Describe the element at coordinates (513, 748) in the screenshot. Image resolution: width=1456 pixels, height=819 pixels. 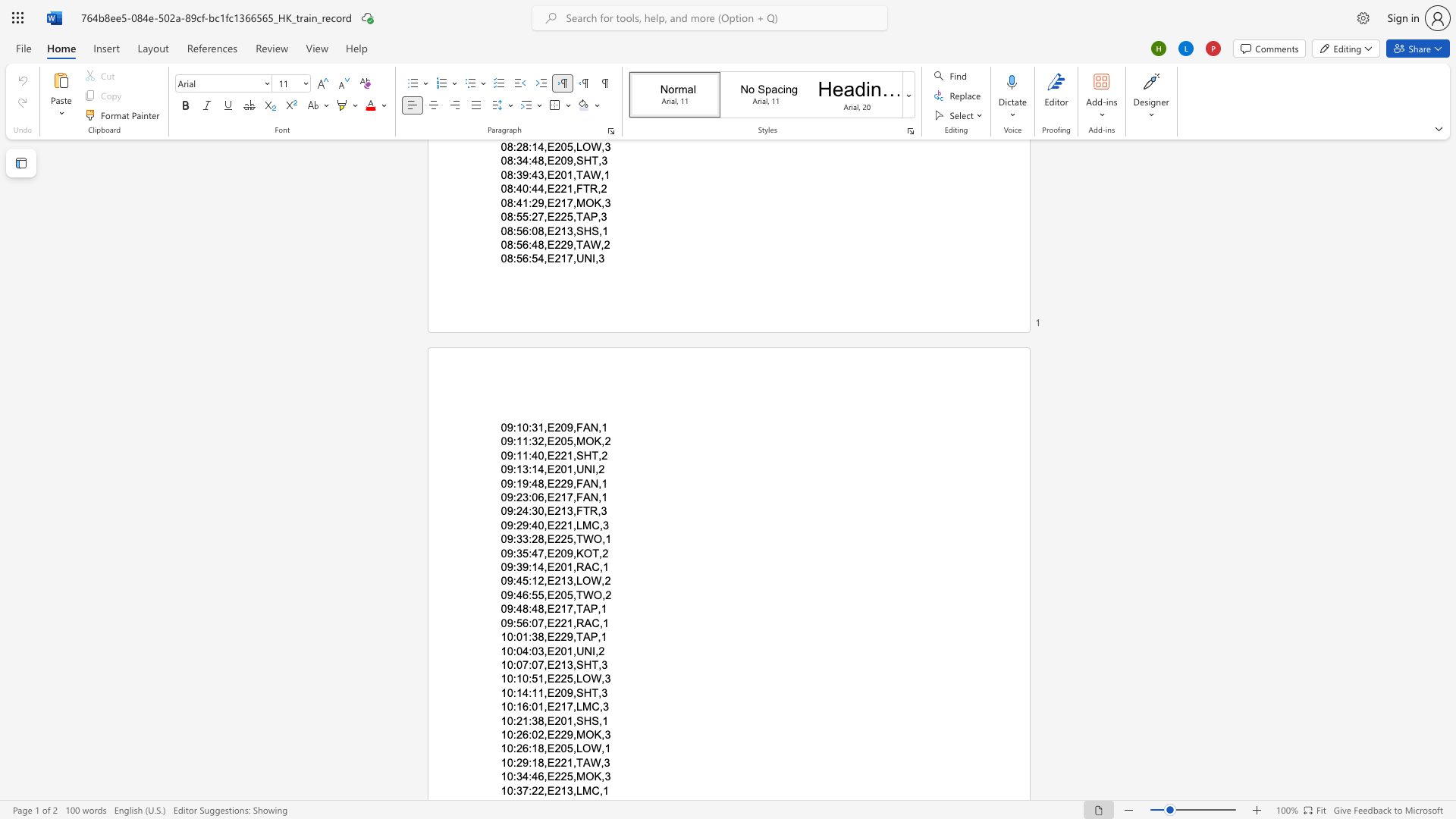
I see `the subset text ":26:18,E2" within the text "10:26:18,E205,LOW,1"` at that location.